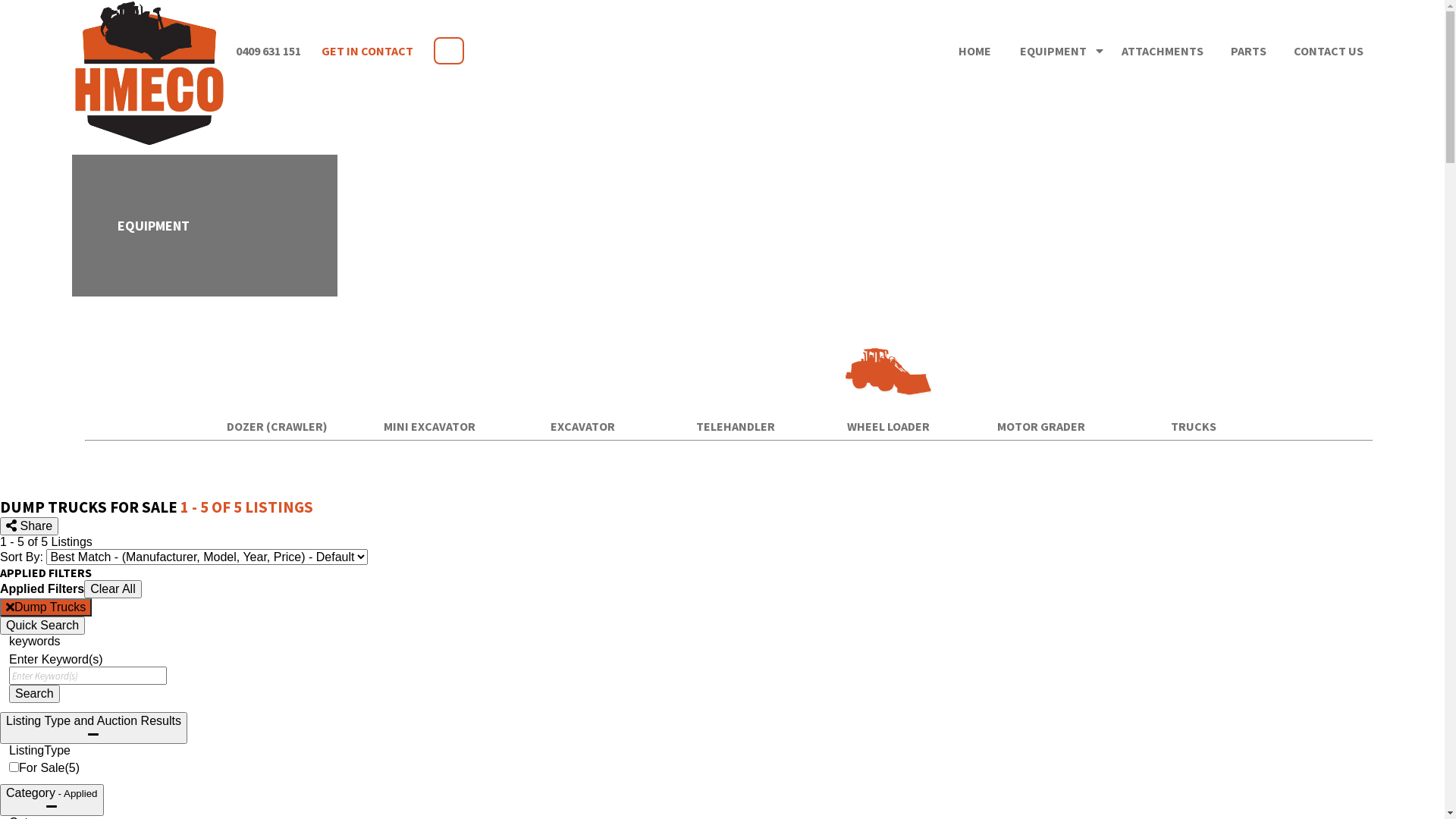 The height and width of the screenshot is (819, 1456). What do you see at coordinates (888, 426) in the screenshot?
I see `'WHEEL LOADER'` at bounding box center [888, 426].